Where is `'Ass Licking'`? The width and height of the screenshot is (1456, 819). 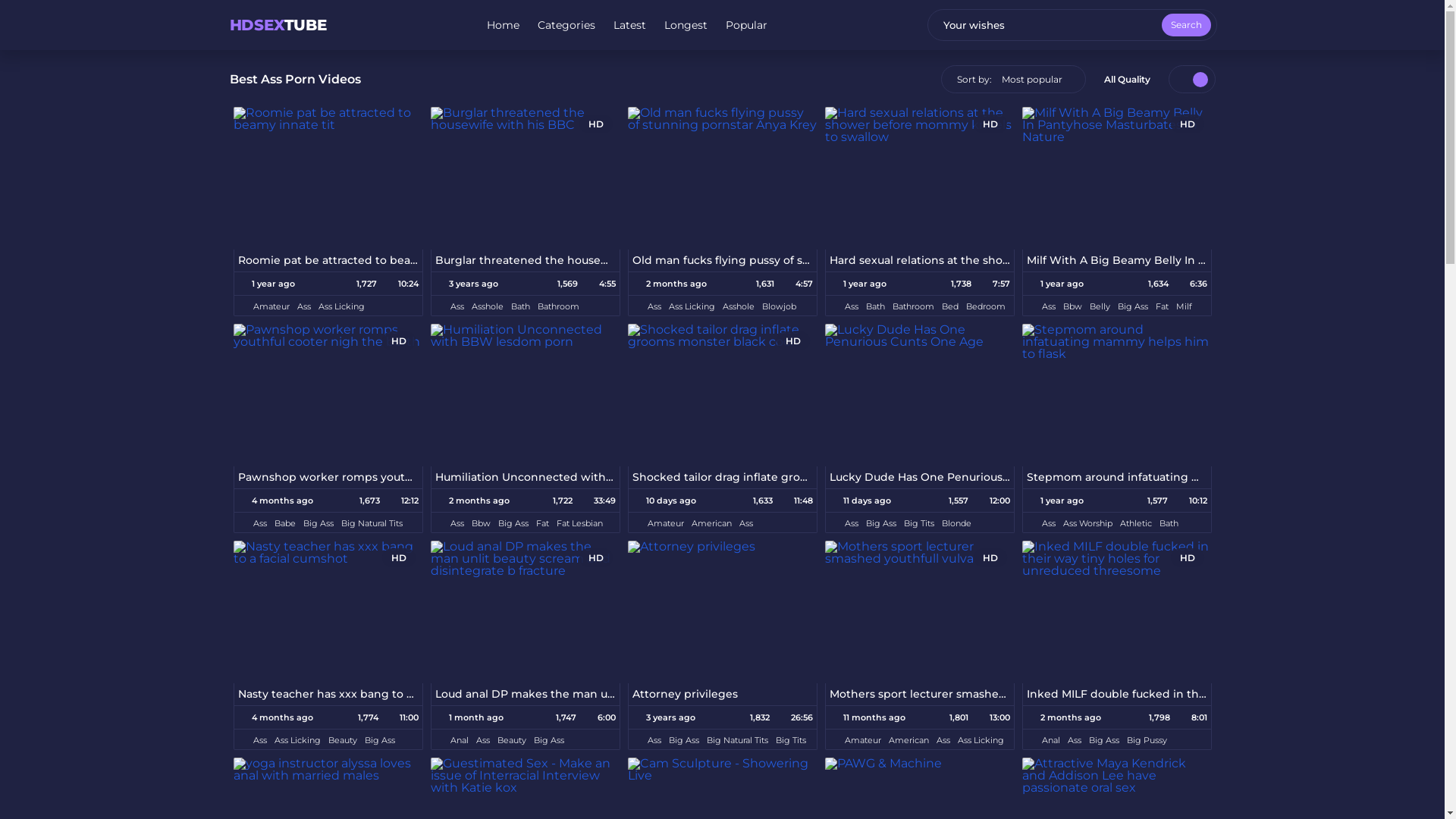 'Ass Licking' is located at coordinates (318, 306).